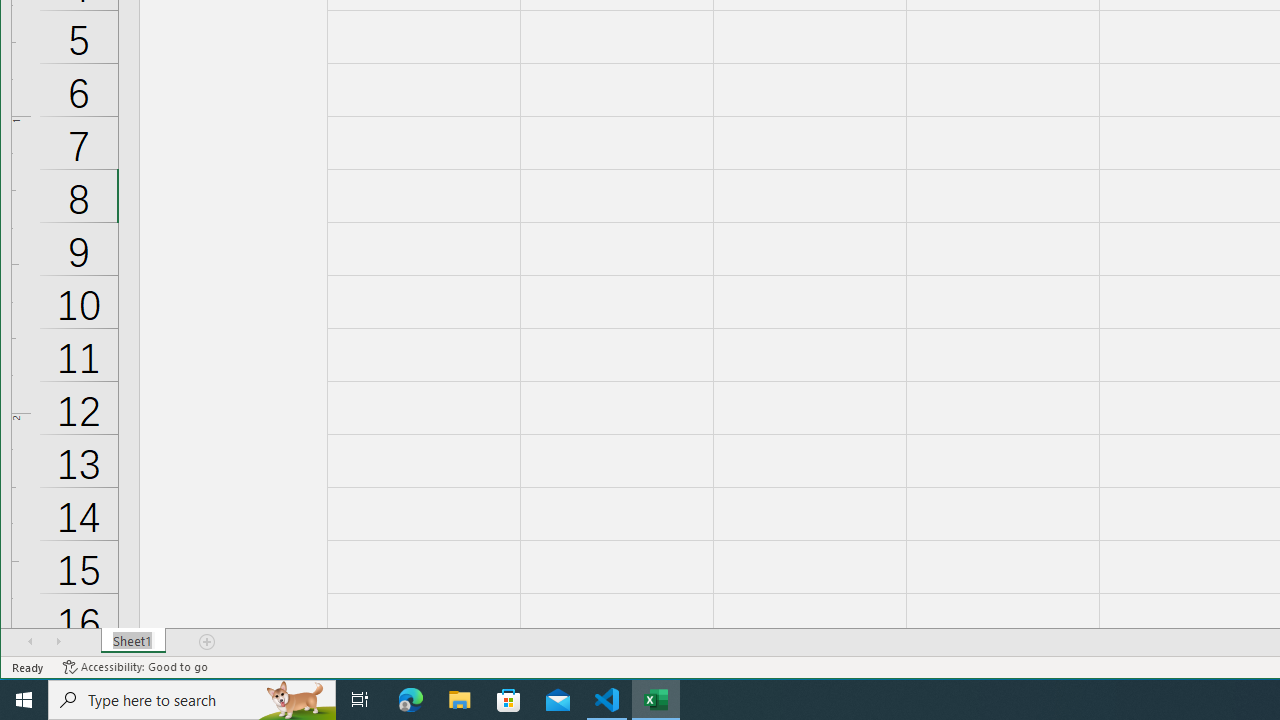  Describe the element at coordinates (410, 698) in the screenshot. I see `'Microsoft Edge'` at that location.